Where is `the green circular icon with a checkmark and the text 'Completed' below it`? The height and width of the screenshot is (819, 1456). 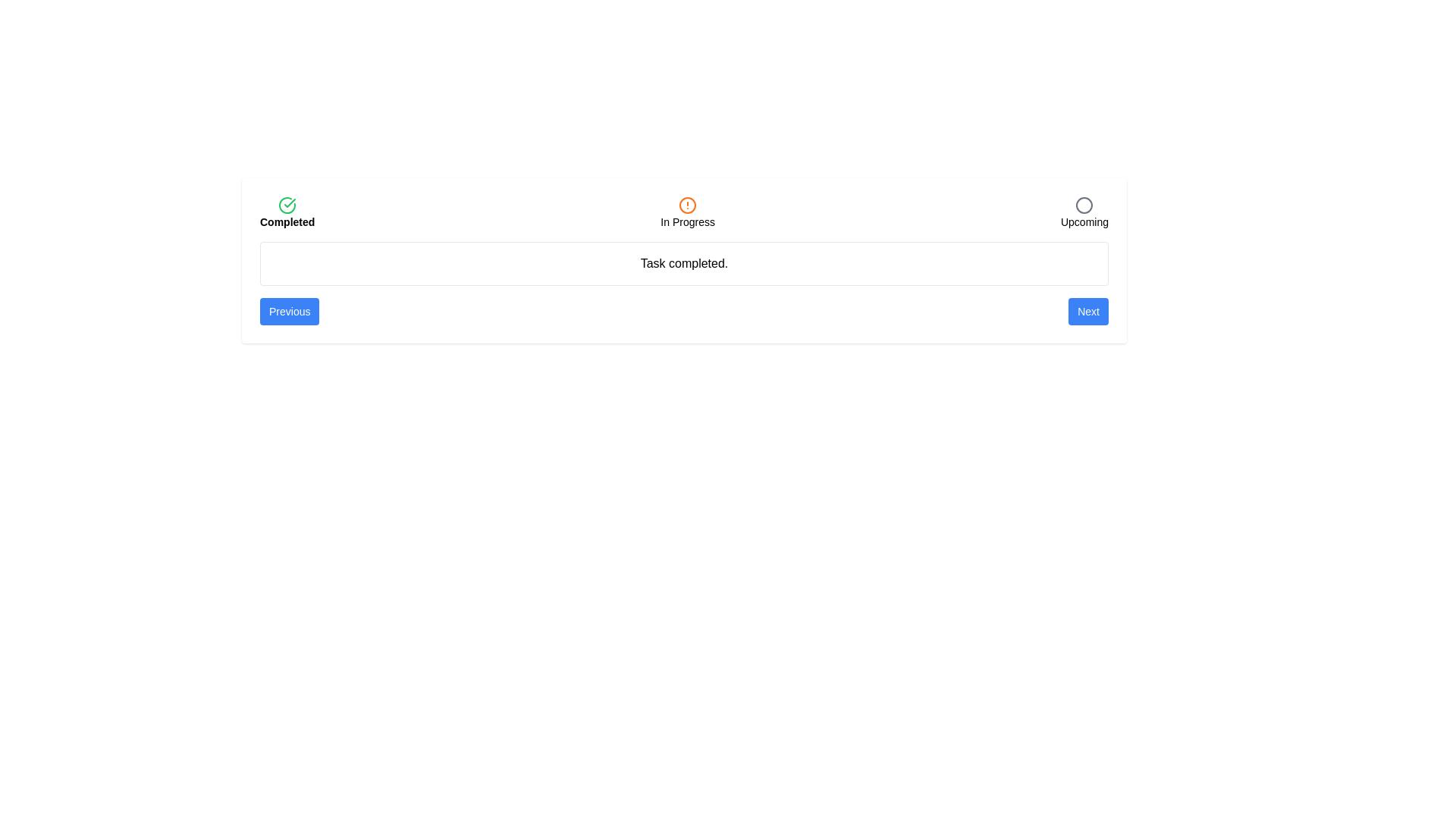 the green circular icon with a checkmark and the text 'Completed' below it is located at coordinates (287, 213).